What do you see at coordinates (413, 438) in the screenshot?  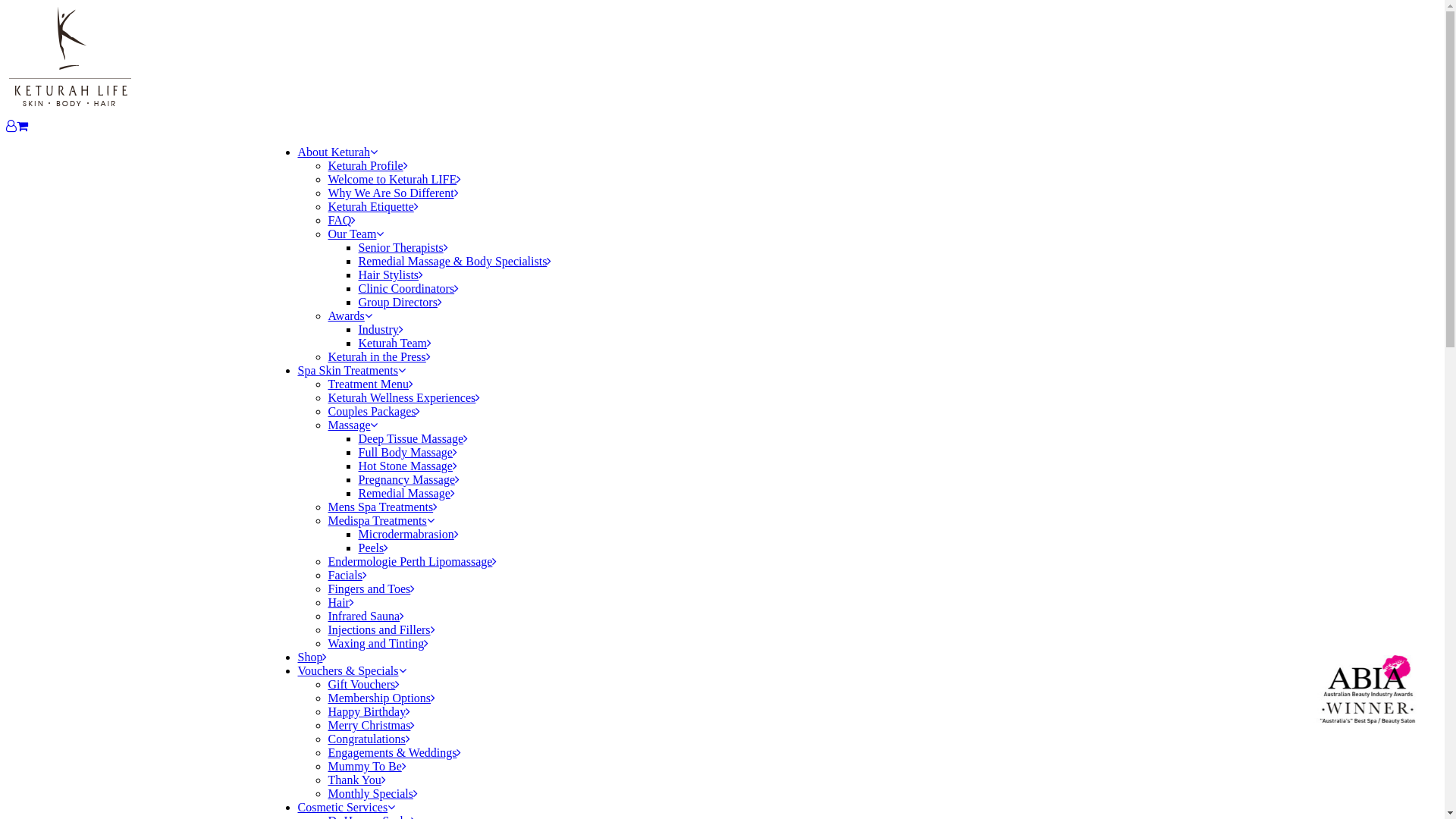 I see `'Deep Tissue Massage'` at bounding box center [413, 438].